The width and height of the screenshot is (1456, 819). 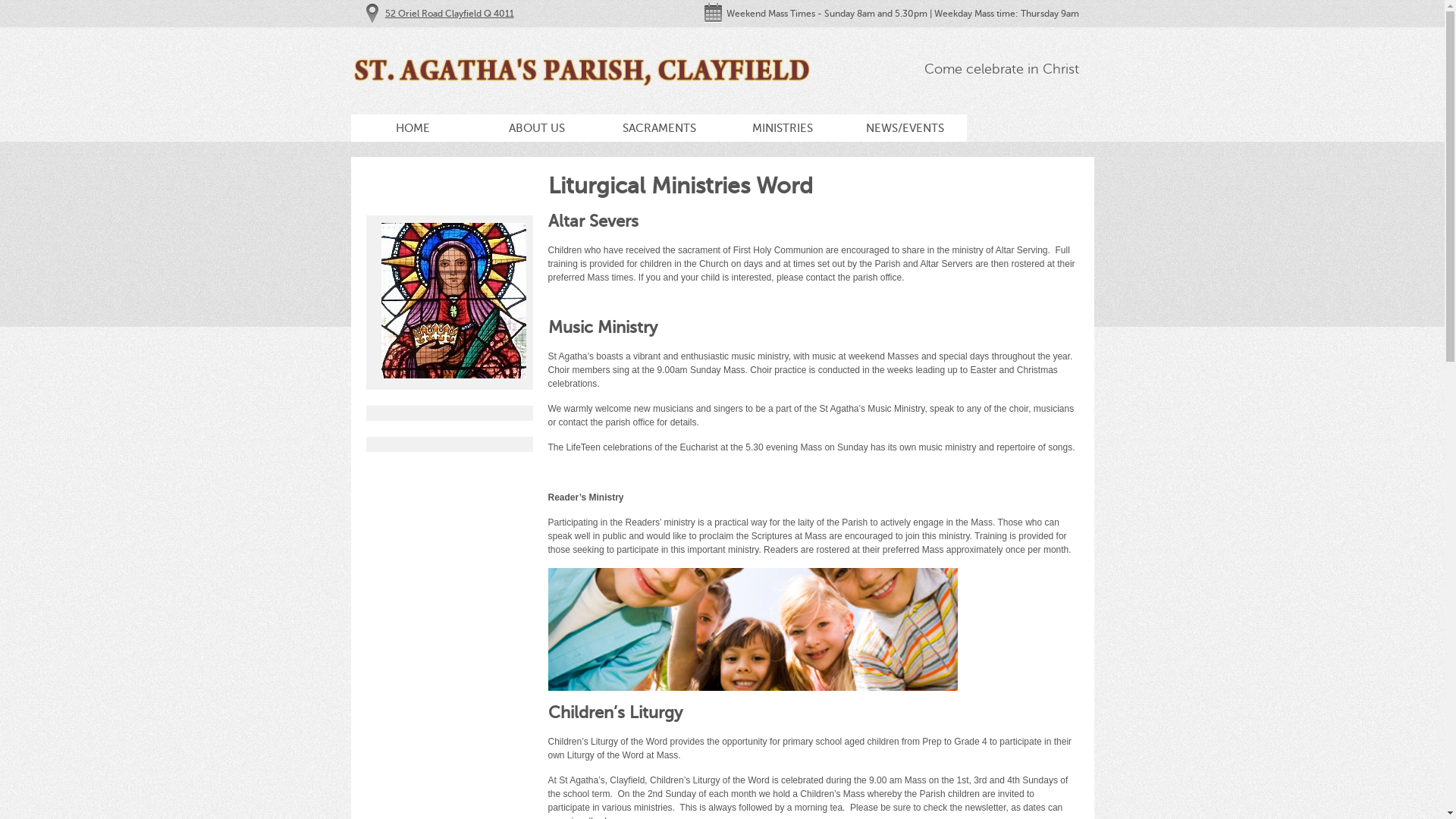 I want to click on 'ABOUT US', so click(x=535, y=127).